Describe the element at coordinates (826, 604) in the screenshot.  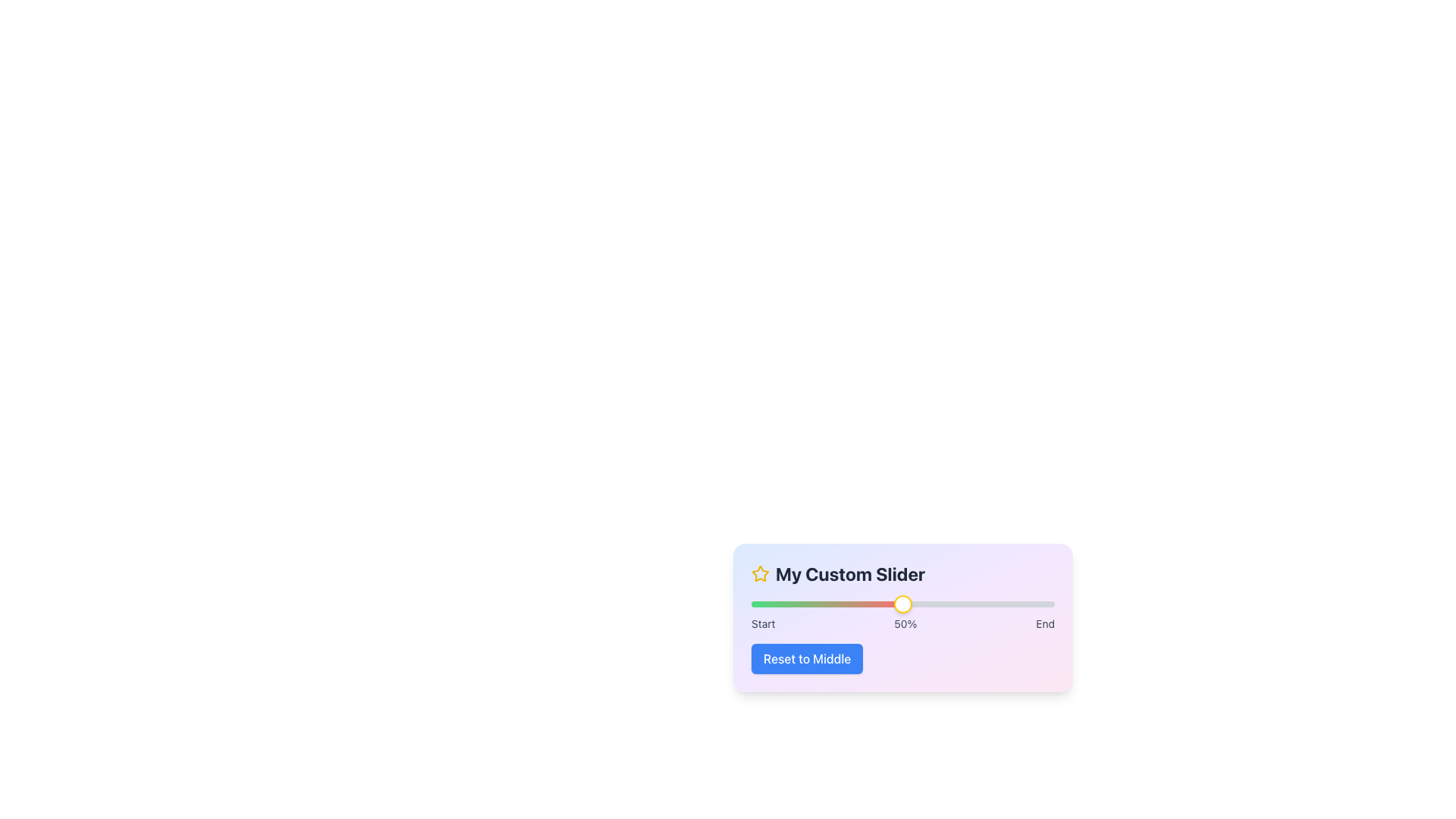
I see `the filled portion of the Progress Bar Segment indicating 50% completion of the slider's range` at that location.